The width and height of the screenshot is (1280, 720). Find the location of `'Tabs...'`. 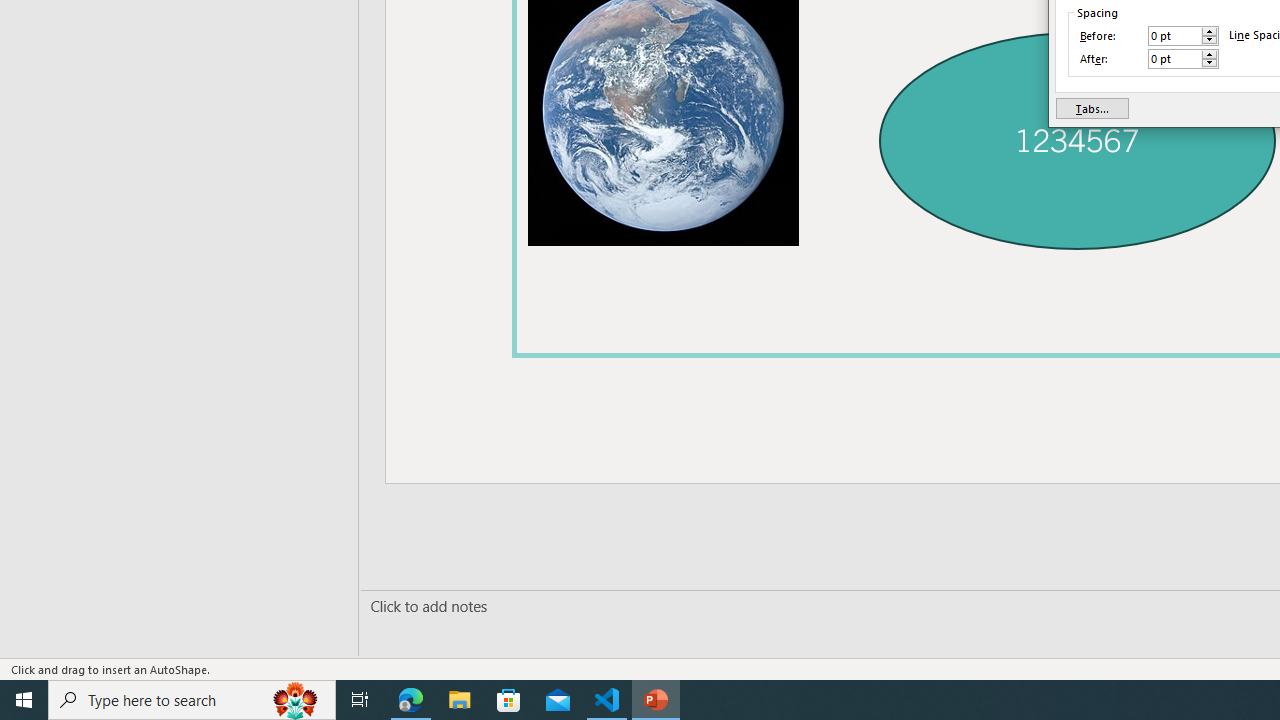

'Tabs...' is located at coordinates (1091, 108).